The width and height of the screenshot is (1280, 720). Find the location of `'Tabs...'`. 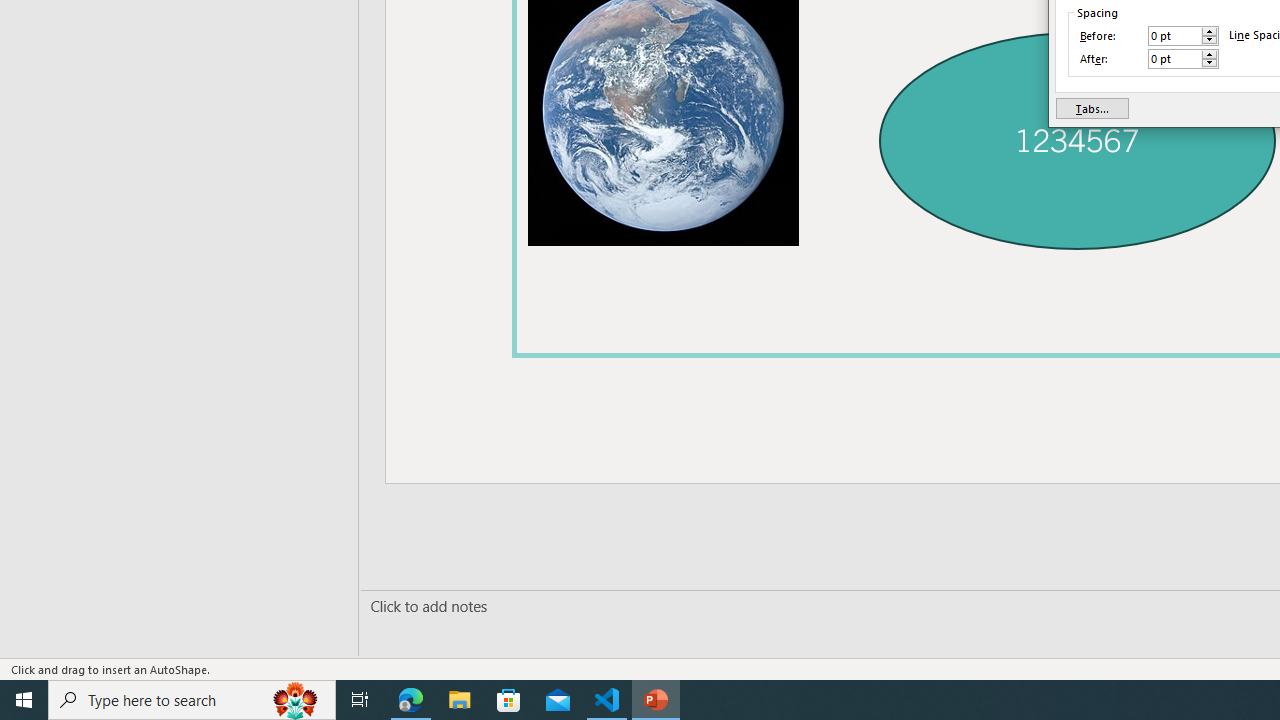

'Tabs...' is located at coordinates (1091, 108).